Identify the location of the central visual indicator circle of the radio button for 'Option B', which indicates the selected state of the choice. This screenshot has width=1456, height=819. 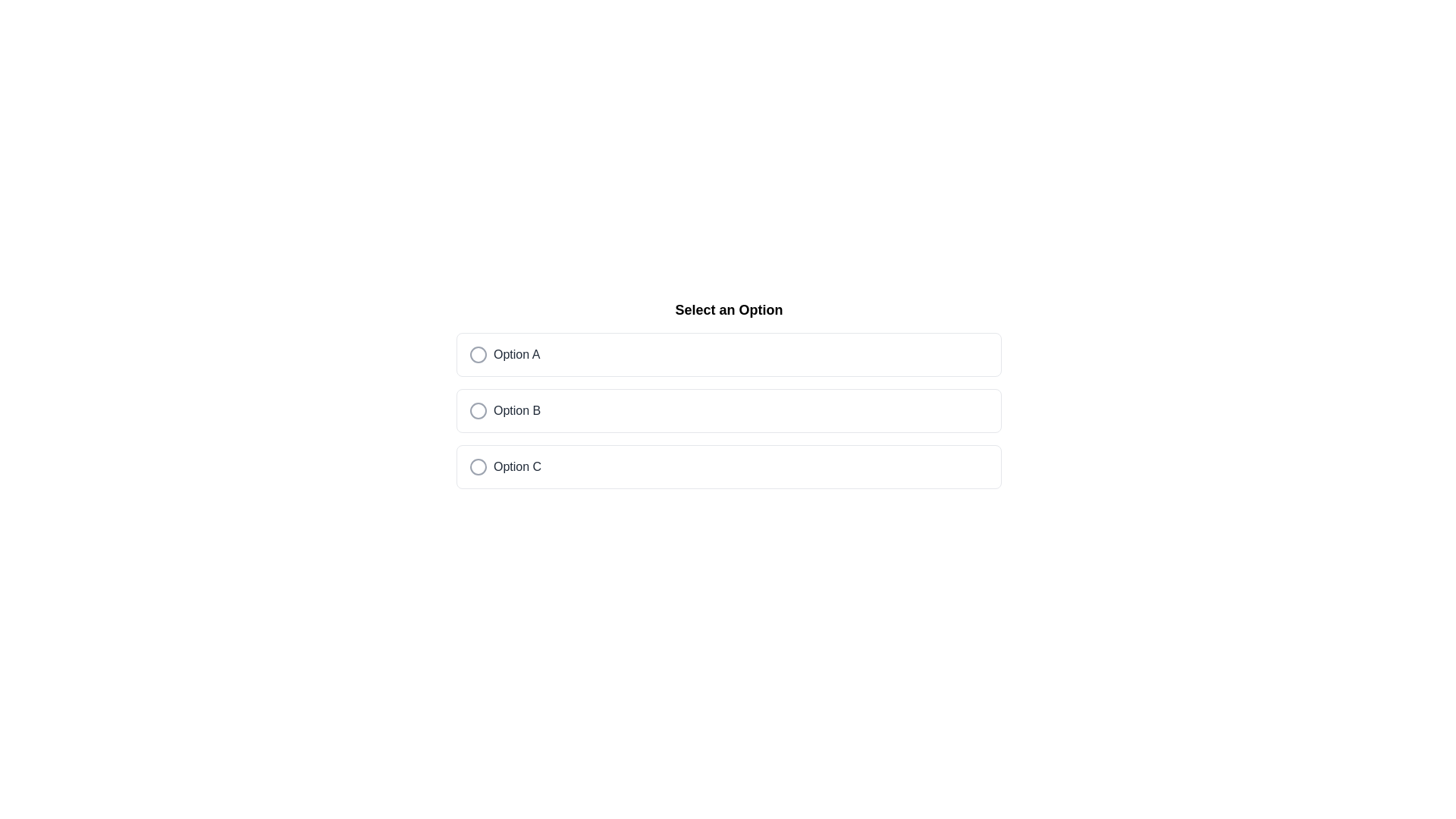
(477, 411).